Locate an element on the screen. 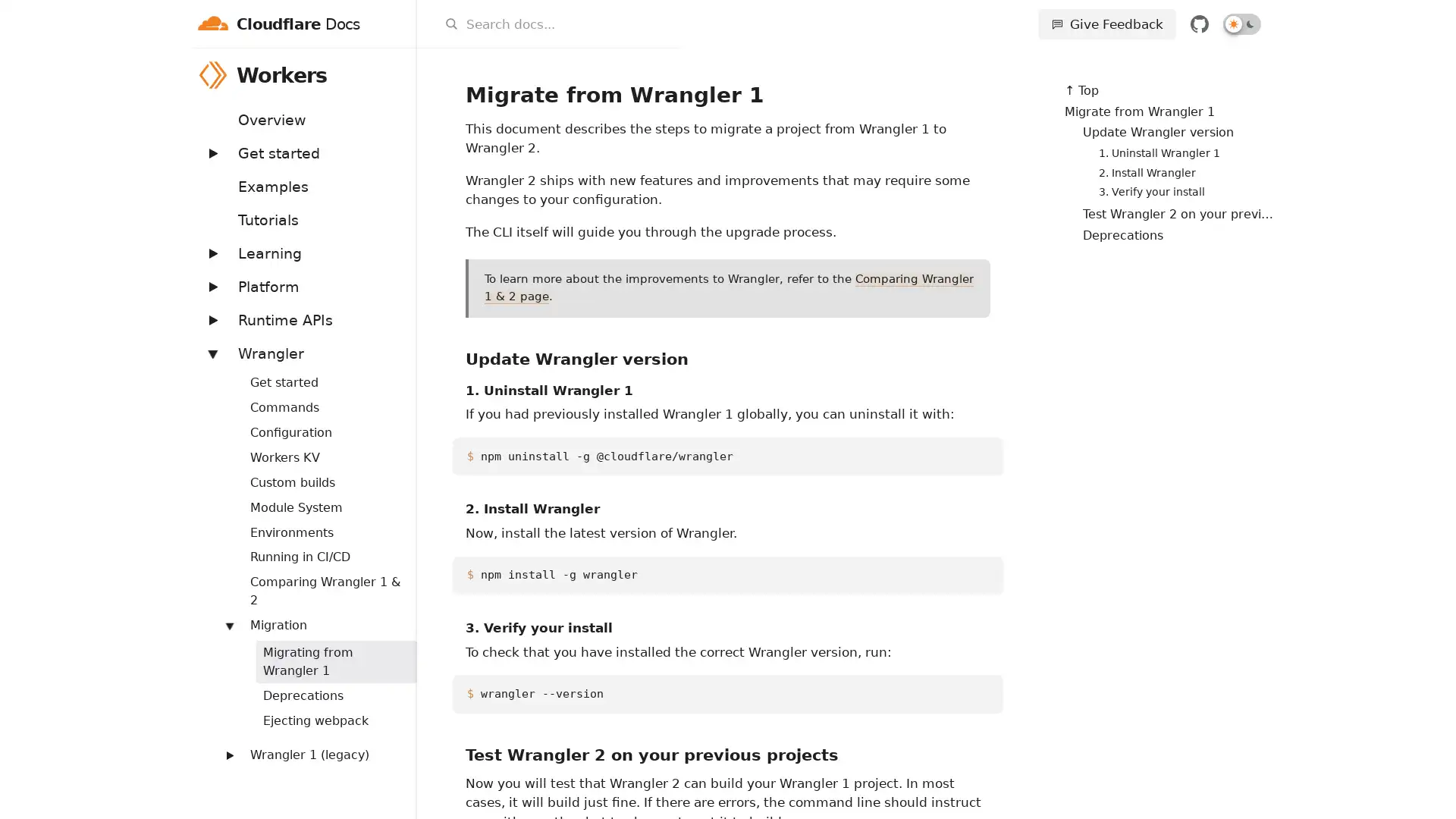  Expand: Workers Sites is located at coordinates (221, 690).